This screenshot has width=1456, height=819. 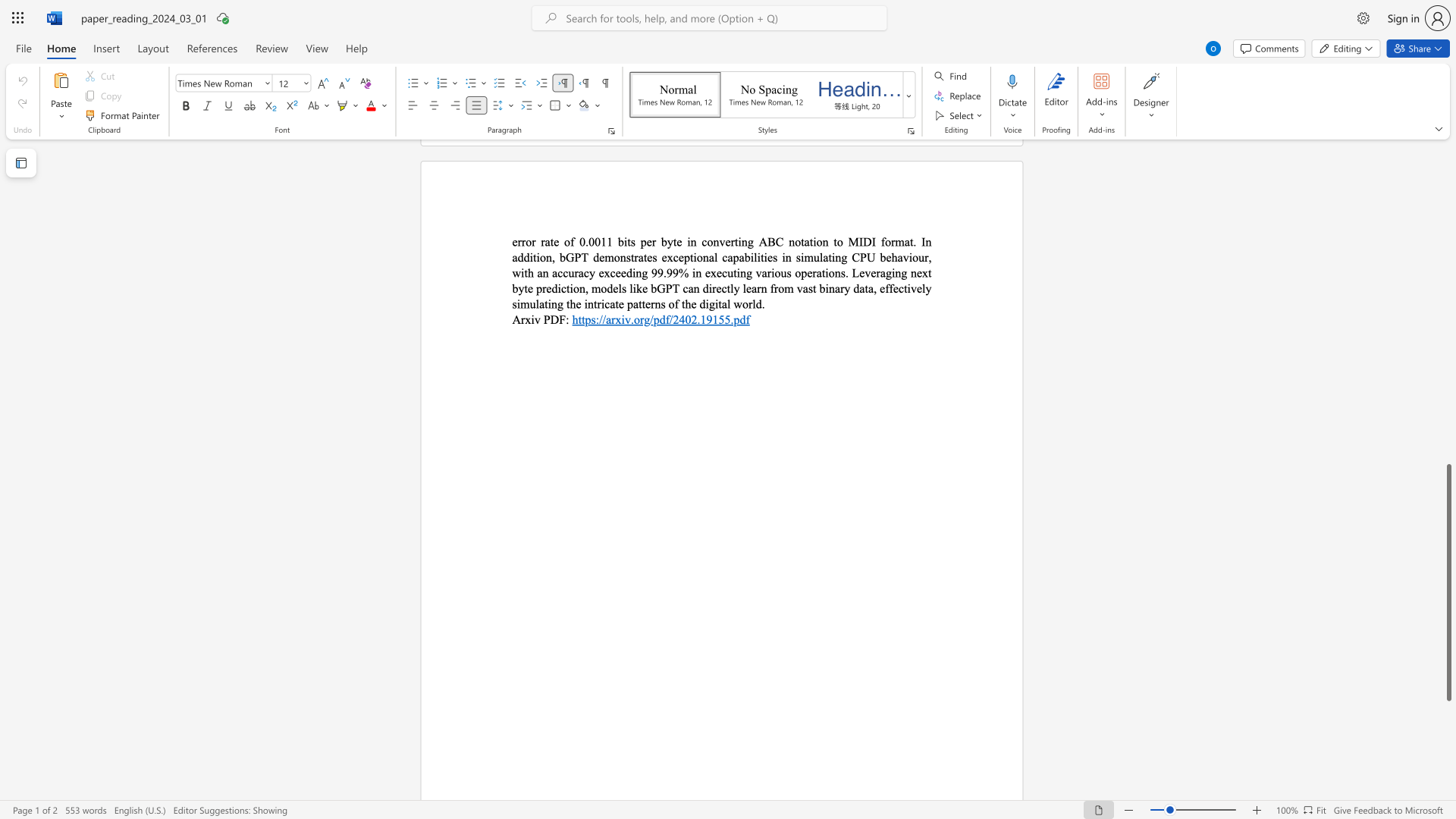 I want to click on the scrollbar on the right to move the page upward, so click(x=1448, y=400).